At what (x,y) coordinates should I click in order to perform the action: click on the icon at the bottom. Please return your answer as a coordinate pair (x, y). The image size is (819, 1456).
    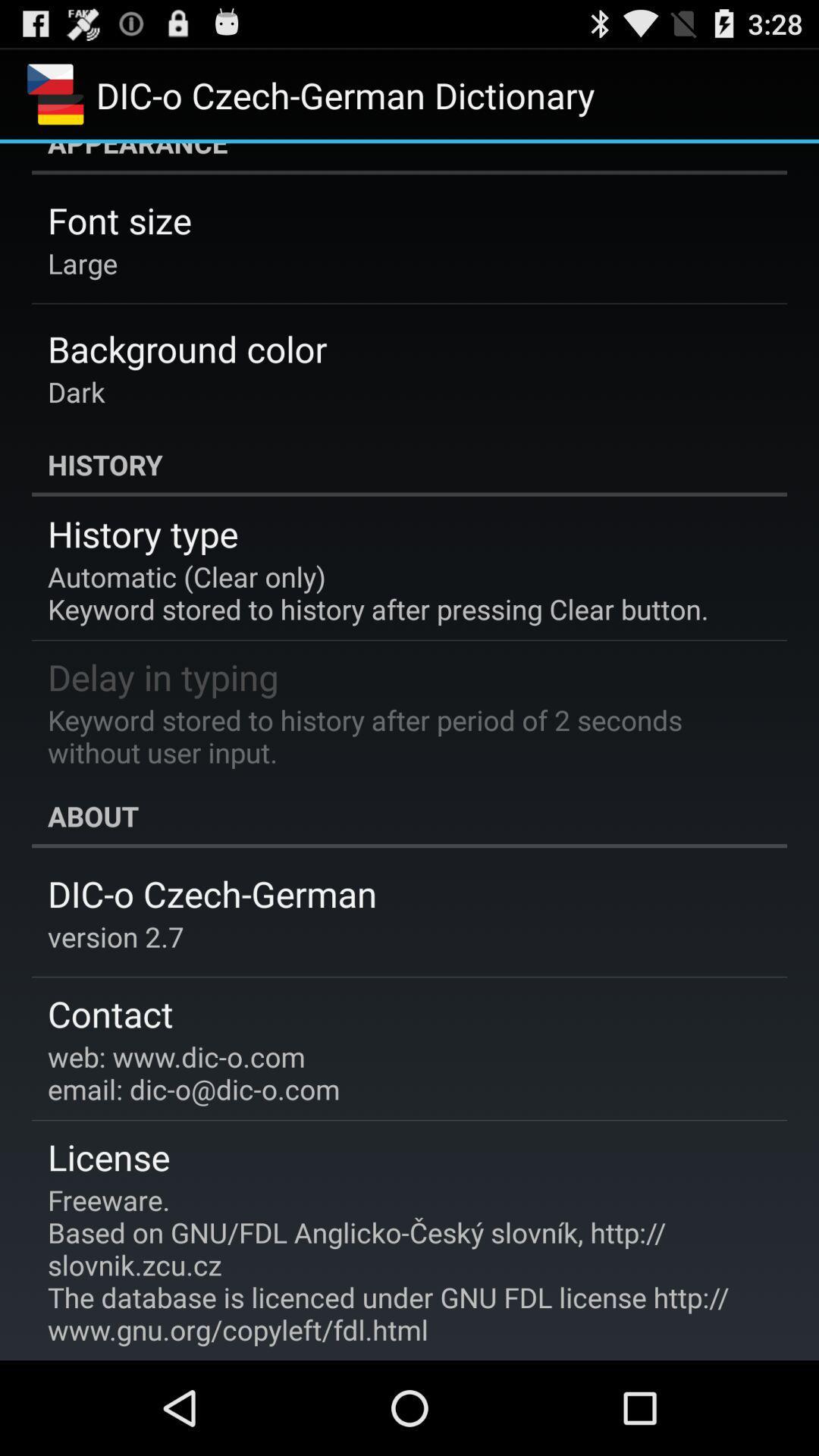
    Looking at the image, I should click on (398, 1265).